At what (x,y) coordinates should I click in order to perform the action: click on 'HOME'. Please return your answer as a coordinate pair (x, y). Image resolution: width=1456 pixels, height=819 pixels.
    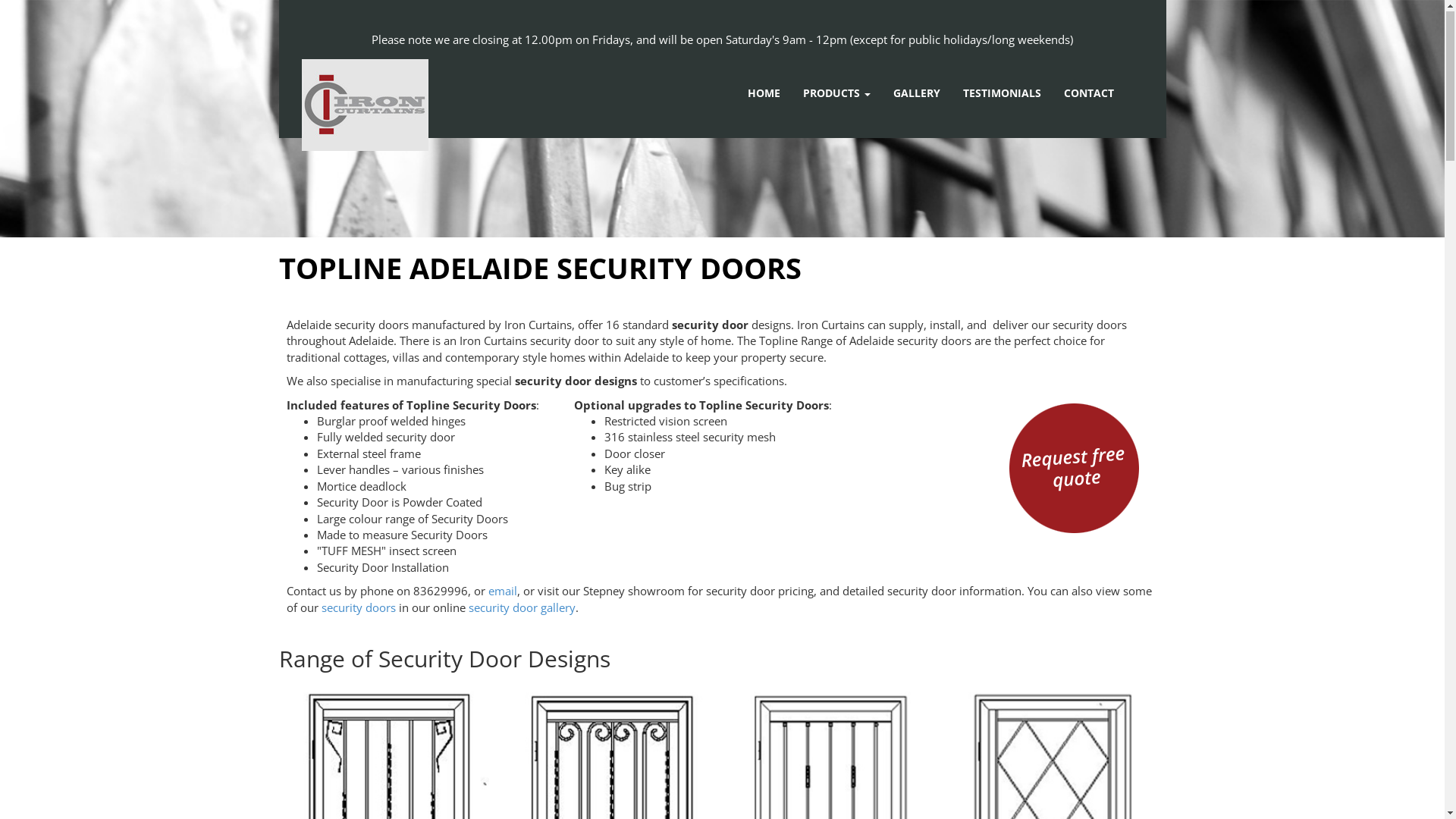
    Looking at the image, I should click on (764, 93).